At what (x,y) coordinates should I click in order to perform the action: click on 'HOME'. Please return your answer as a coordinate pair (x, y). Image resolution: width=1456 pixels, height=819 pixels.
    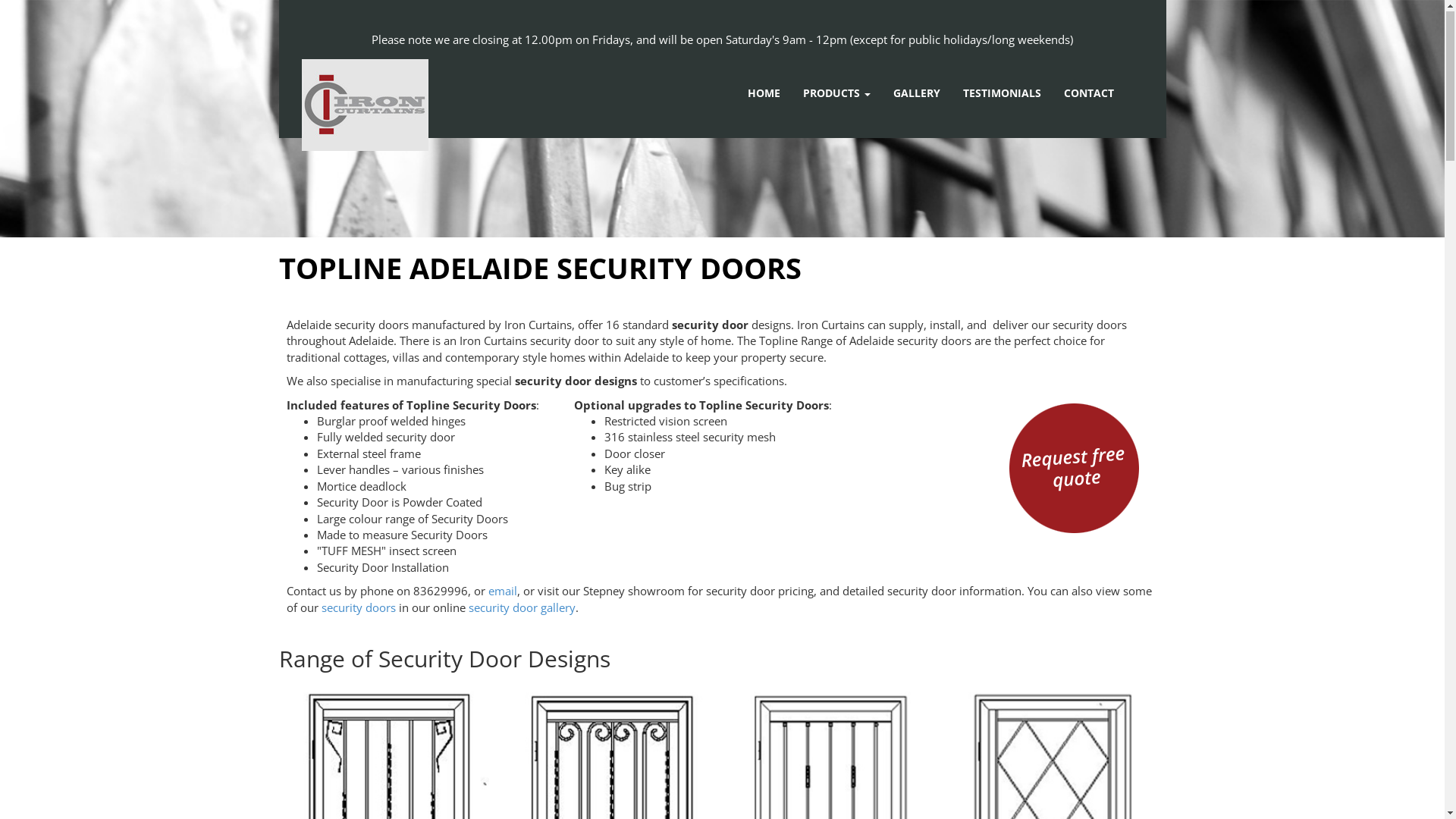
    Looking at the image, I should click on (764, 93).